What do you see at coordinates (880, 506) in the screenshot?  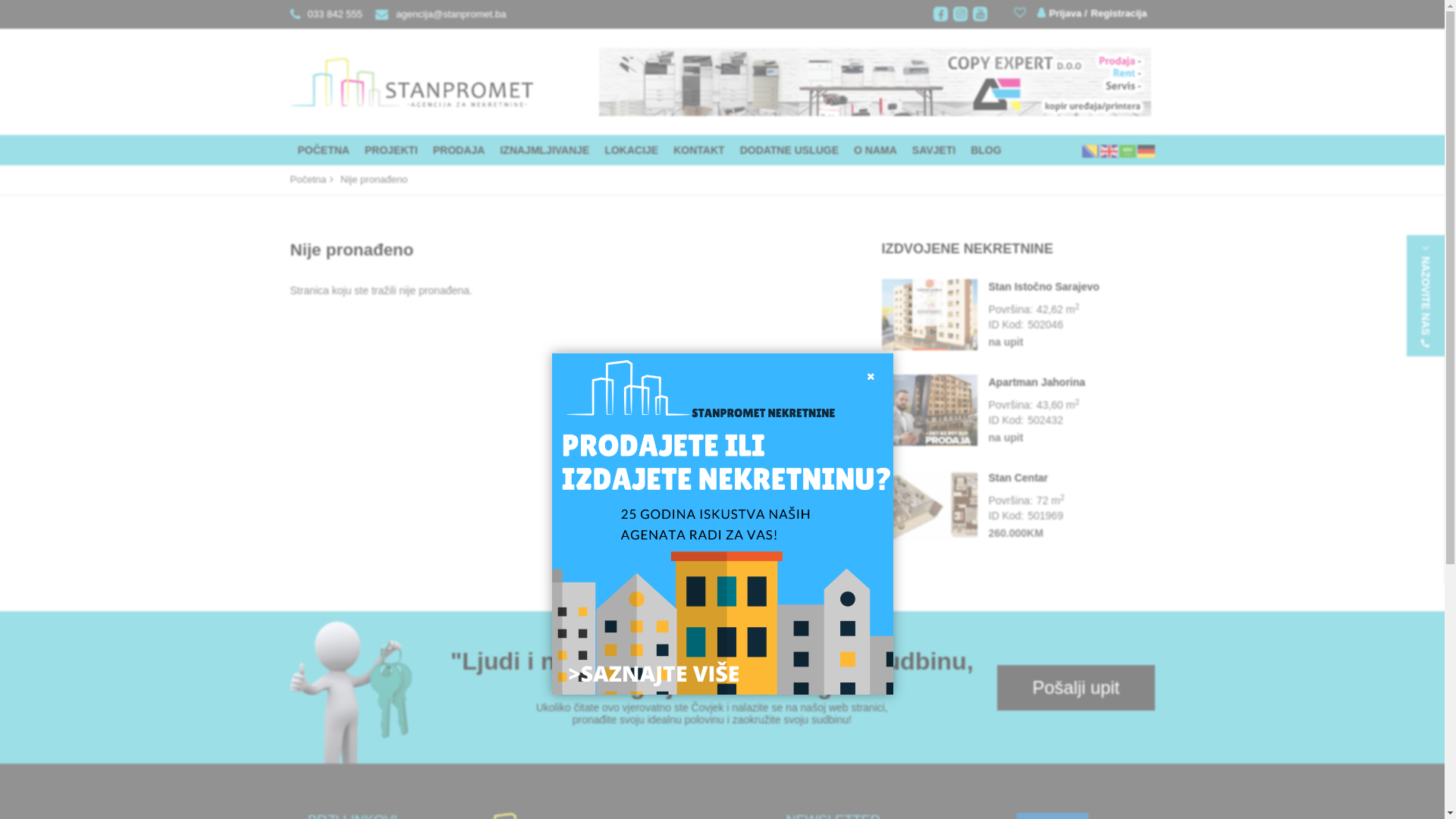 I see `'Stan Centar'` at bounding box center [880, 506].